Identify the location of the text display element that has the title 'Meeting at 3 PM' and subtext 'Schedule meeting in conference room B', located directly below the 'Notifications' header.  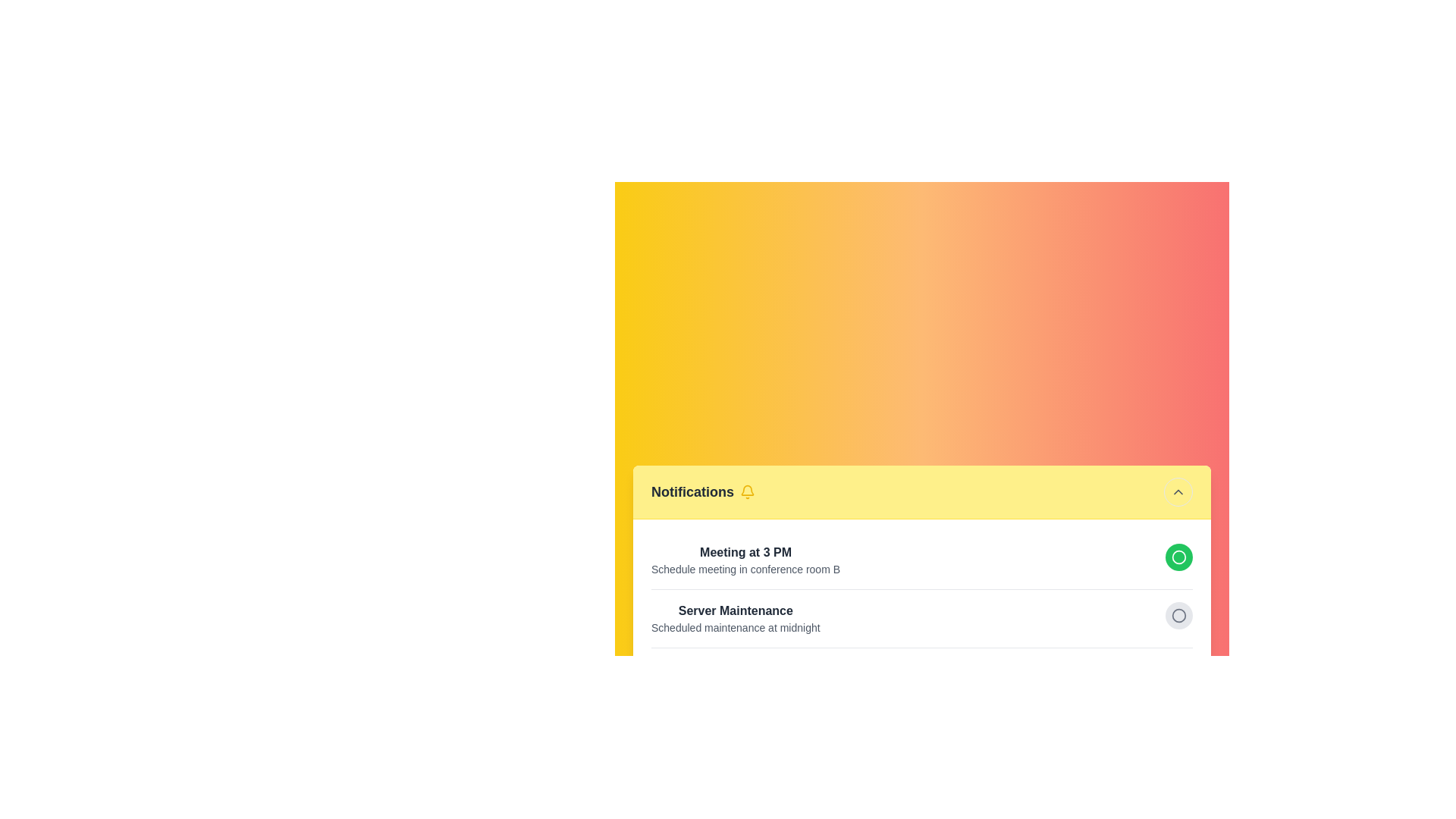
(745, 560).